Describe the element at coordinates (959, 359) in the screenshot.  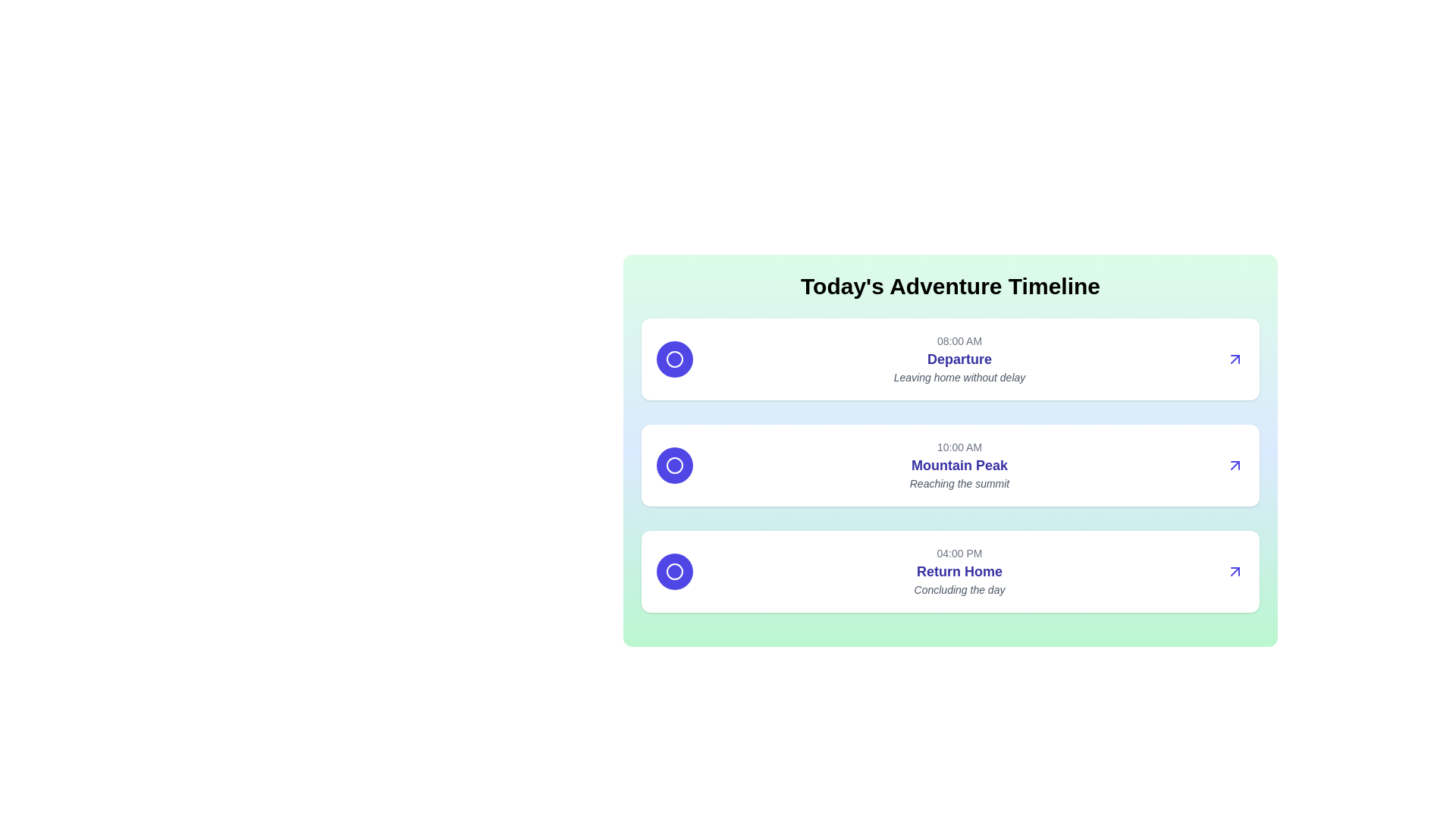
I see `the Text Label that serves as a heading for the timeline item, located between the time '08:00 AM' above it and the descriptive text 'Leaving home without delay' below it` at that location.